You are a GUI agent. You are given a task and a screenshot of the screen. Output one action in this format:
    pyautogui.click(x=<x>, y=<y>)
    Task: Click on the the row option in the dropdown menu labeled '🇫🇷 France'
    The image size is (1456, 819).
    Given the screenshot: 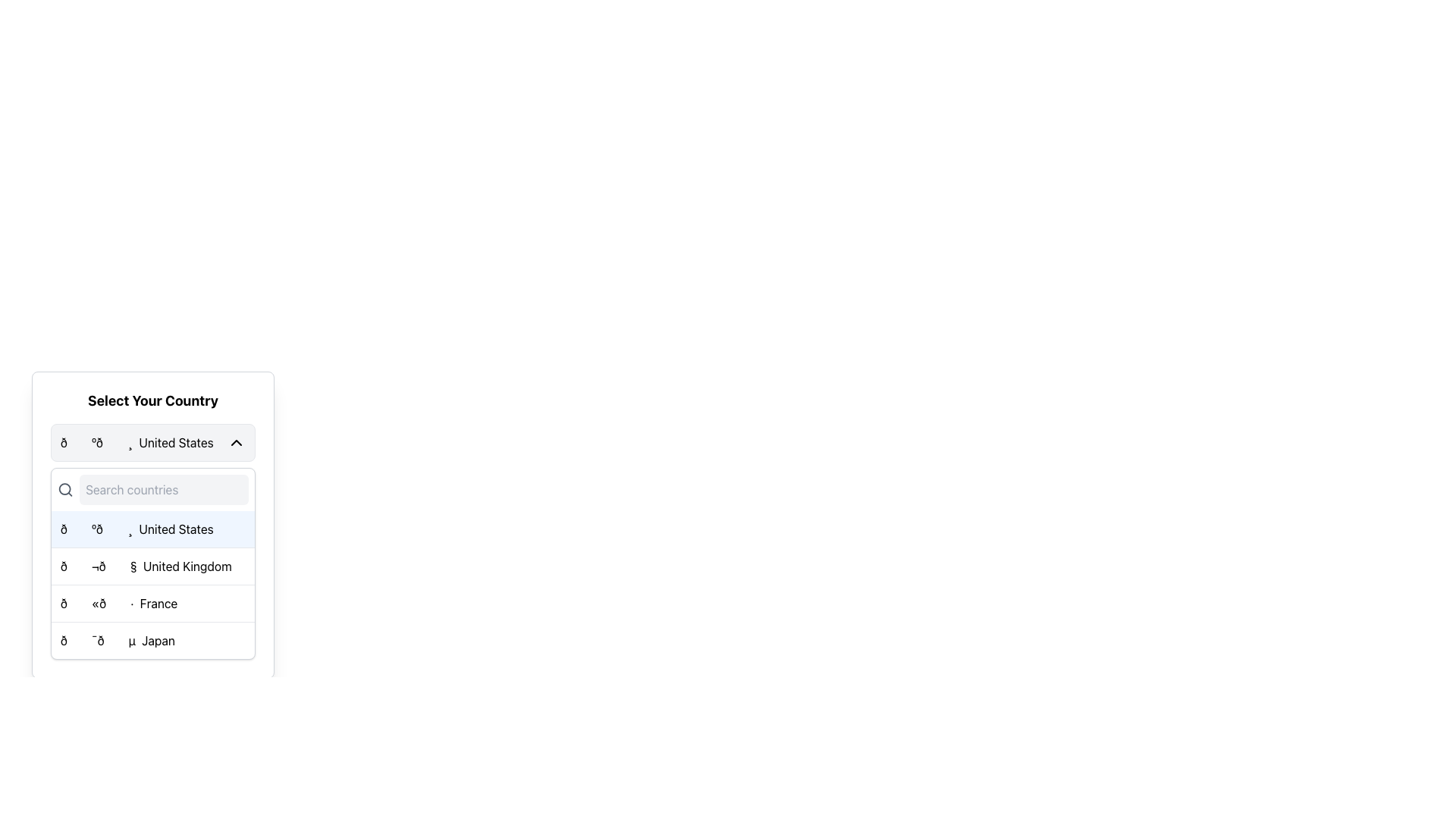 What is the action you would take?
    pyautogui.click(x=152, y=602)
    